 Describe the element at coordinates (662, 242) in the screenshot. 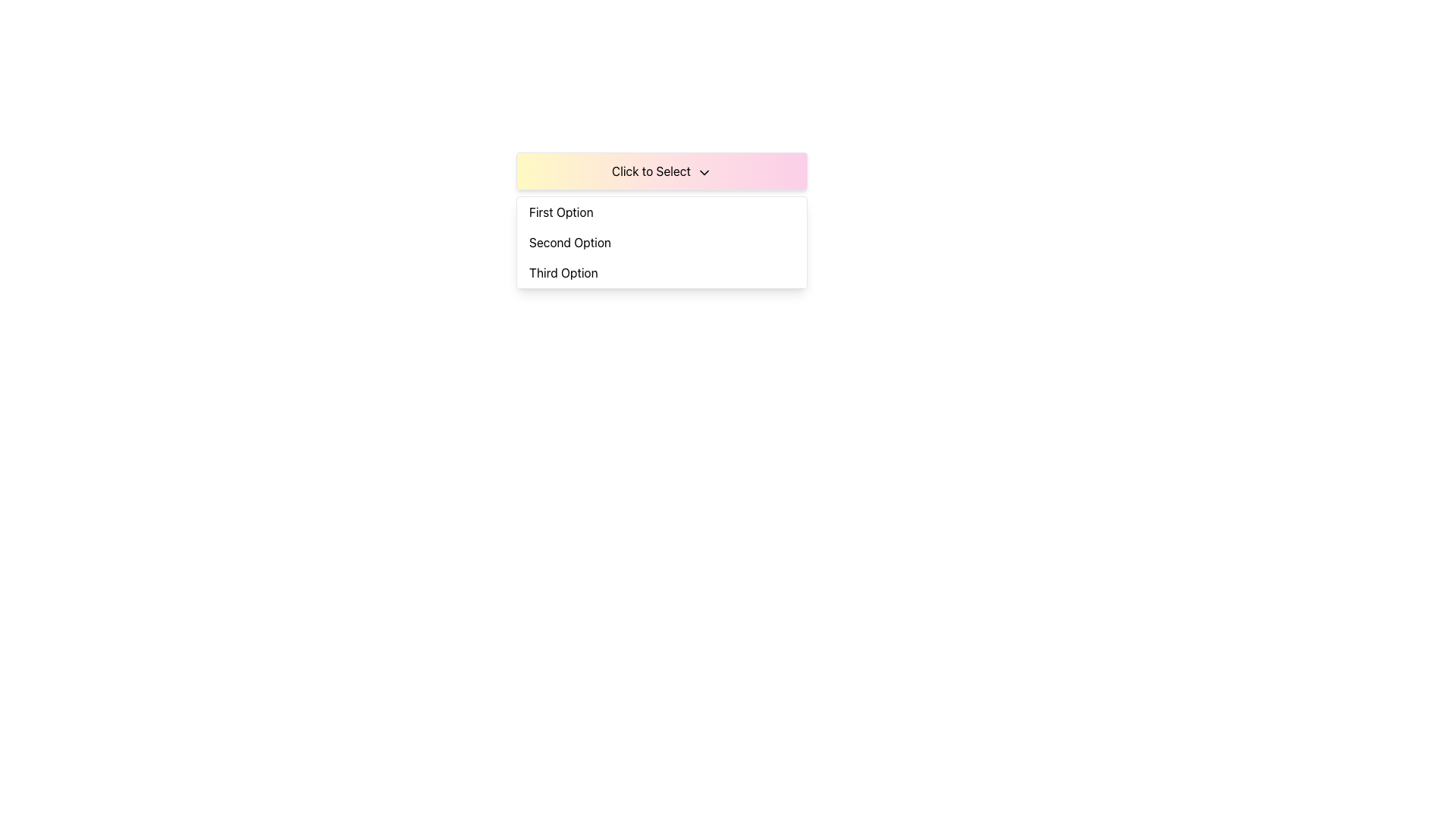

I see `the 'Second Option' in the dropdown menu located below the 'Click` at that location.